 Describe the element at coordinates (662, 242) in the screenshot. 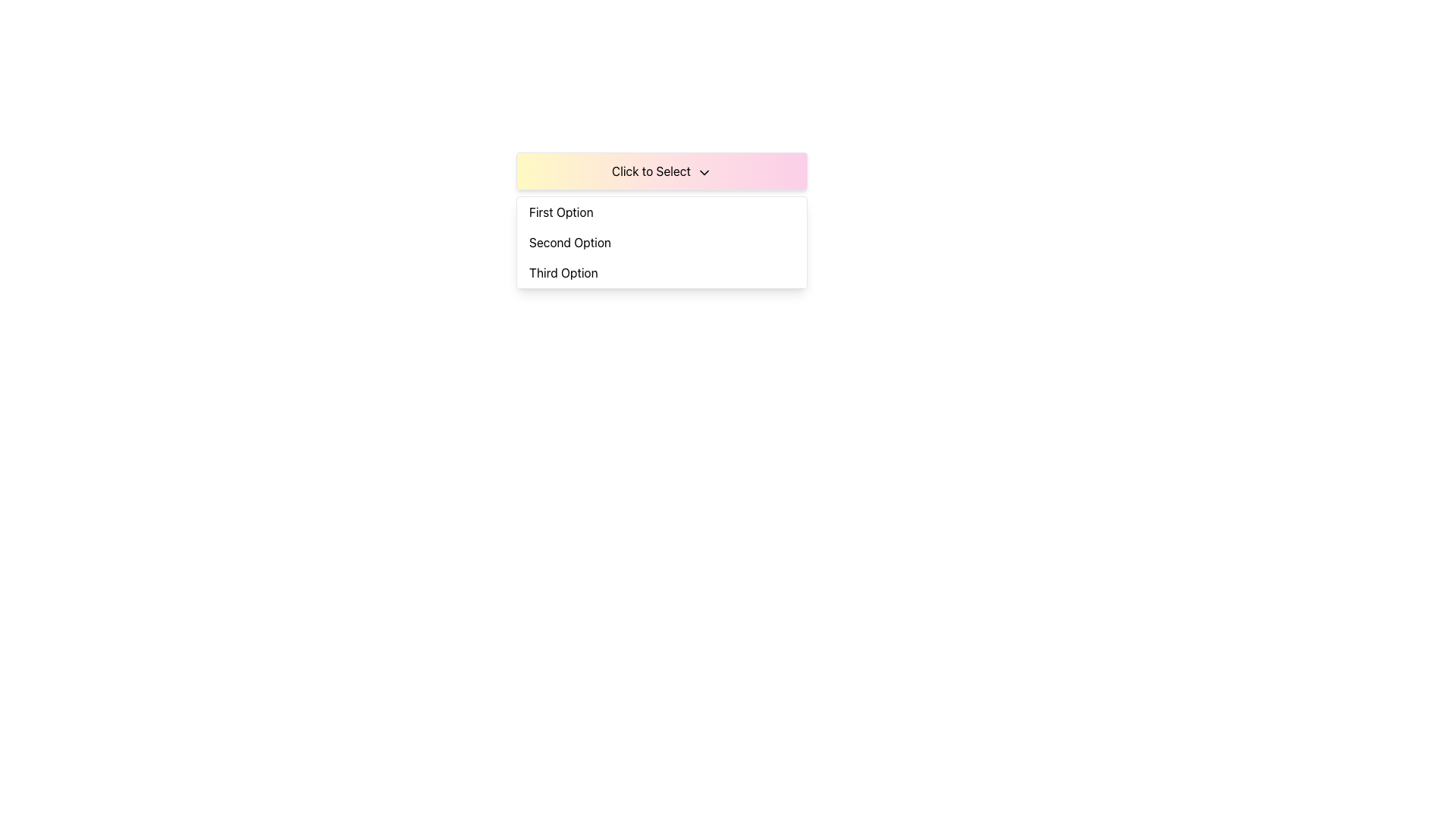

I see `the 'Second Option' in the dropdown menu located below the 'Click` at that location.